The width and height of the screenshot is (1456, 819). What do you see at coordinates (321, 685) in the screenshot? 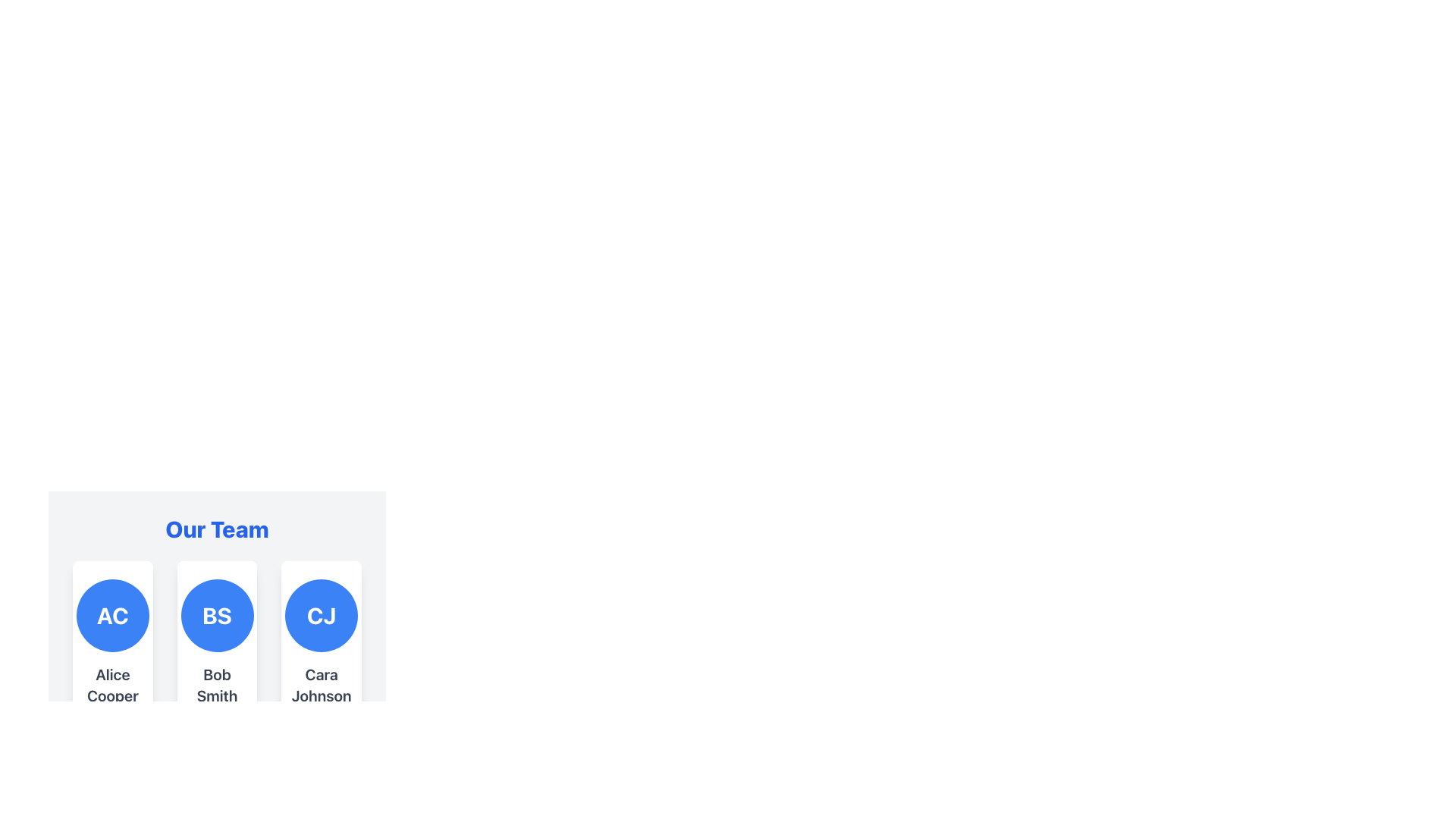
I see `identification label 'Cara Johnson' displayed in the team member profile card, located in the bottom-right section under the card featuring 'CJ'` at bounding box center [321, 685].